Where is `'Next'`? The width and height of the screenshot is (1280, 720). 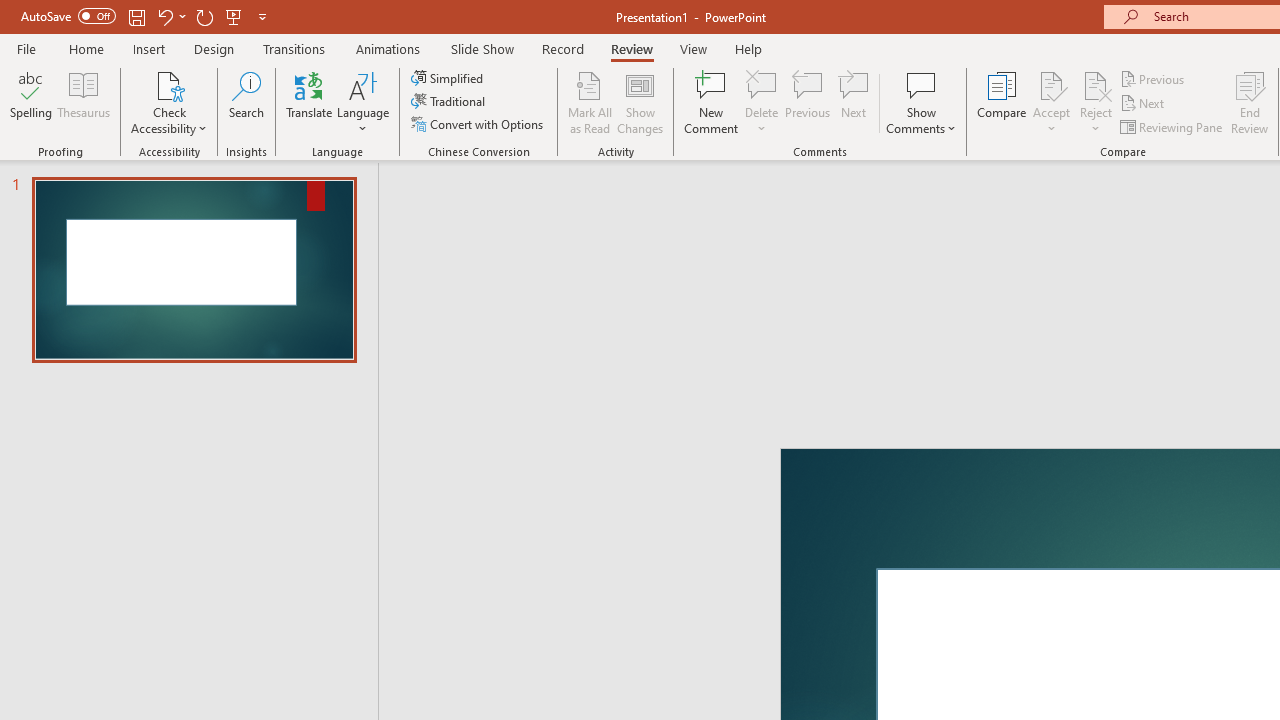
'Next' is located at coordinates (1144, 103).